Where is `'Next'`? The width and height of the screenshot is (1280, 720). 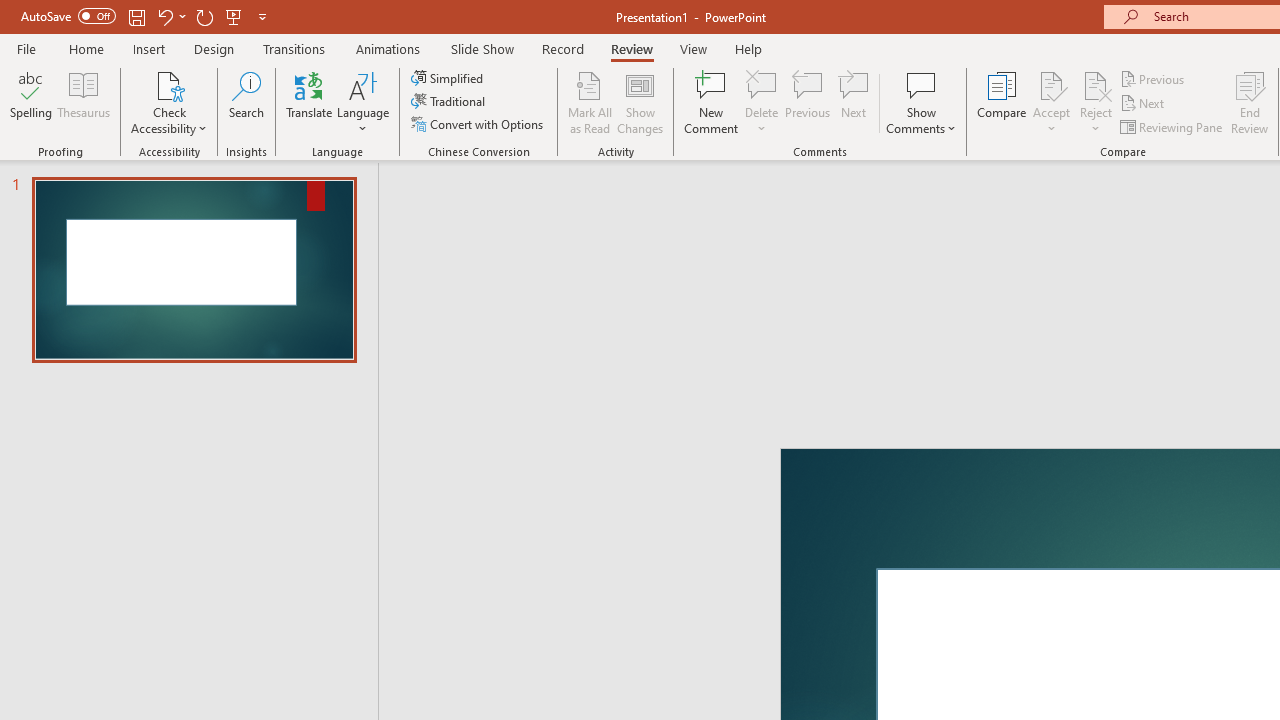
'Next' is located at coordinates (1144, 103).